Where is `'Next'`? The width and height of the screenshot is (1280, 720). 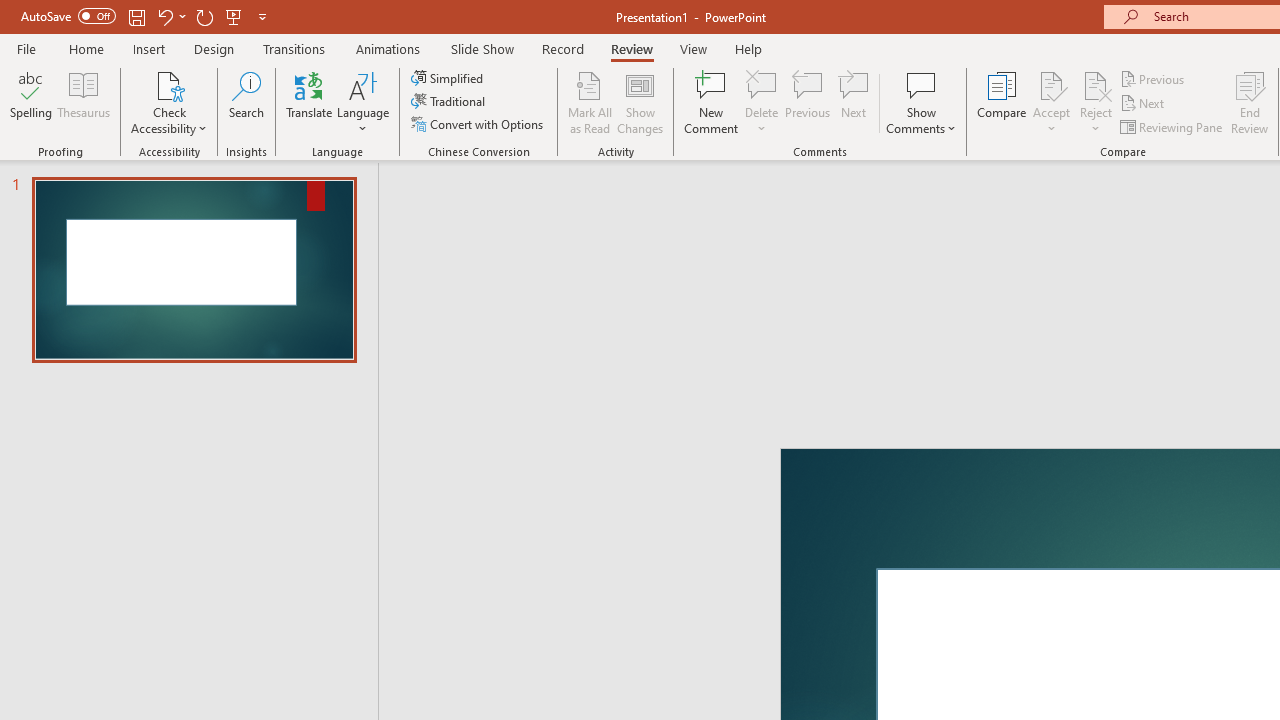
'Next' is located at coordinates (1144, 103).